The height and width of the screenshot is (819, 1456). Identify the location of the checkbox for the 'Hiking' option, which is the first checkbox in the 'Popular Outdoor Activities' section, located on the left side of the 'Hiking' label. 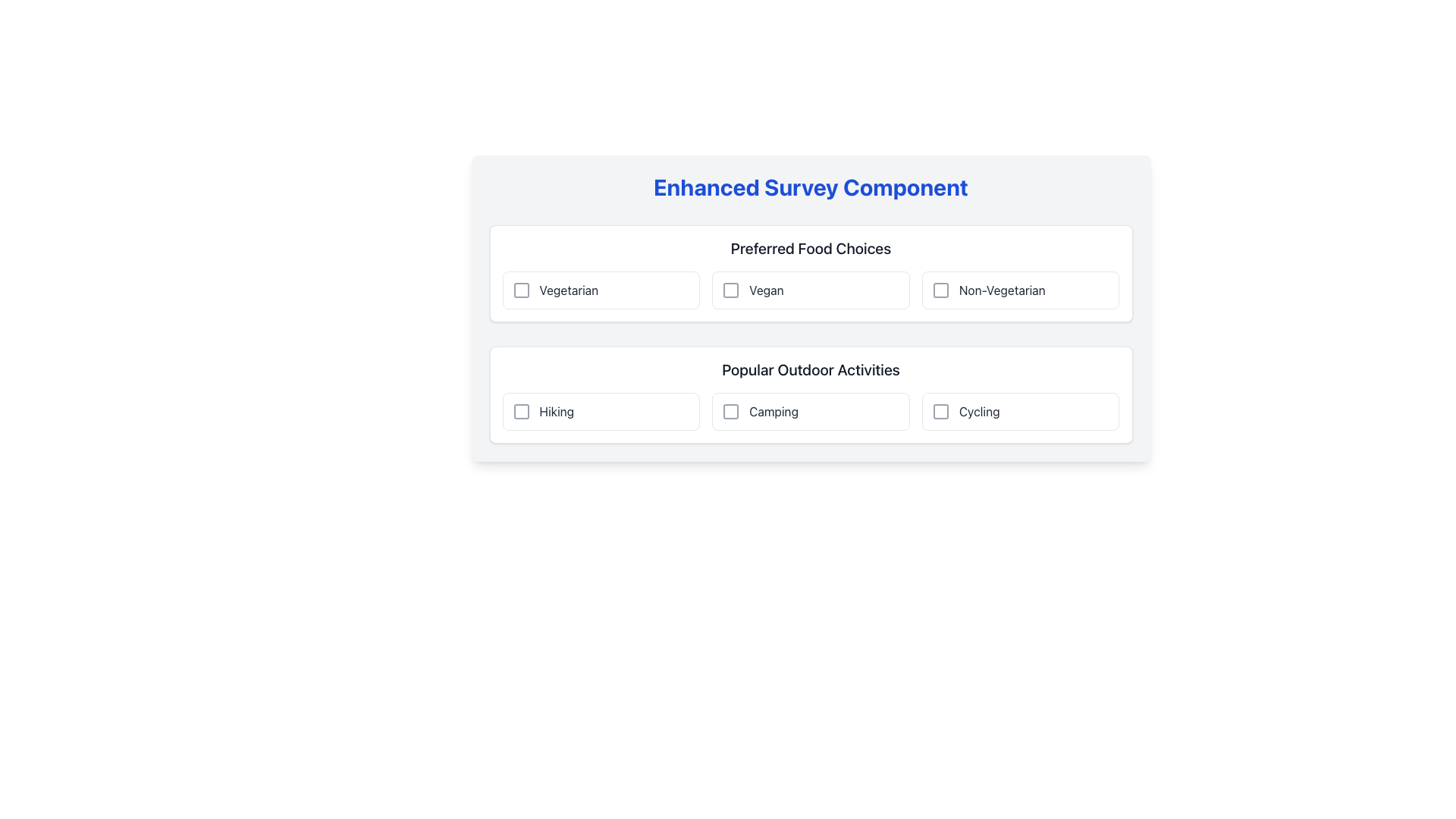
(521, 412).